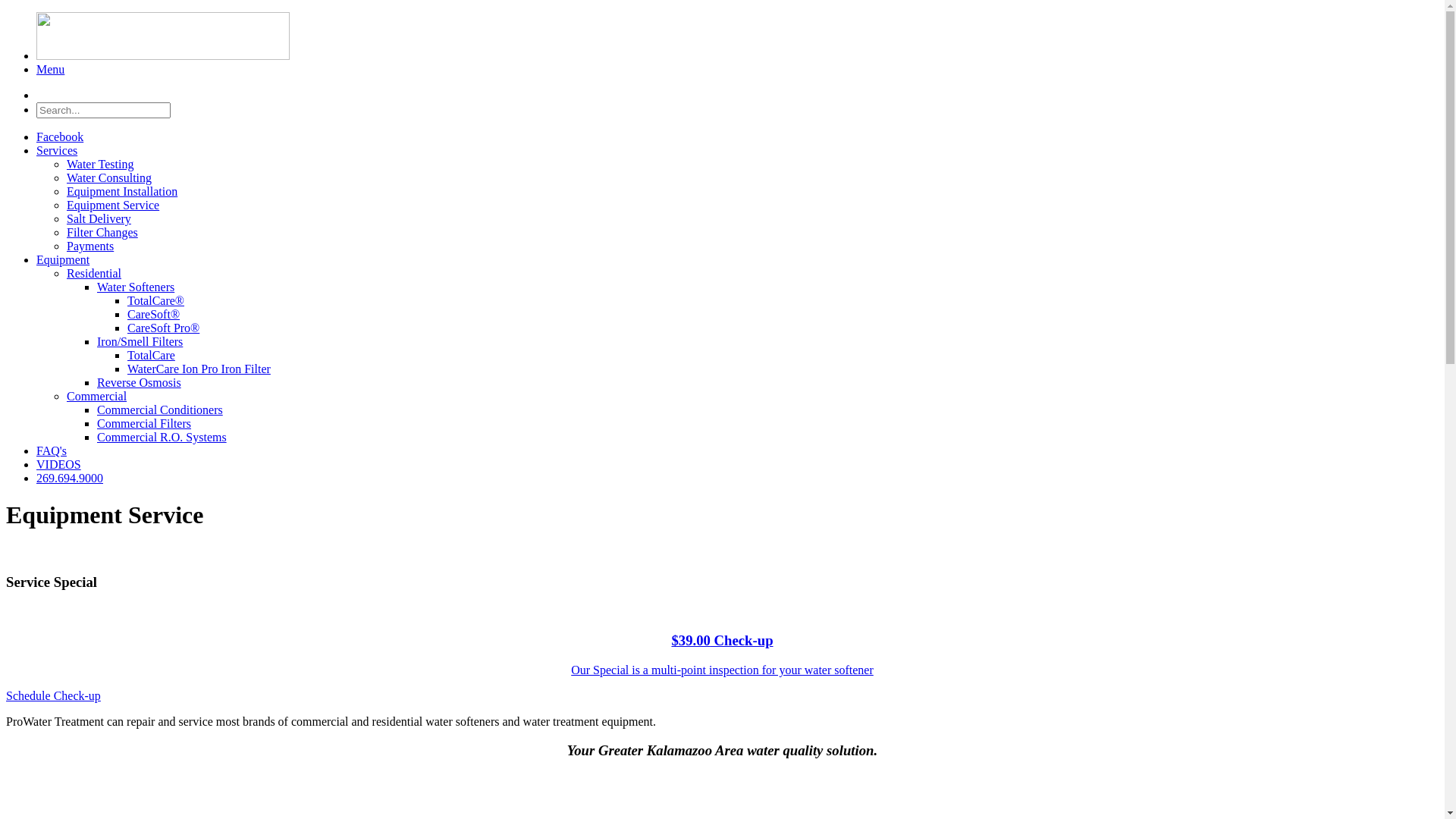 The image size is (1456, 819). What do you see at coordinates (127, 369) in the screenshot?
I see `'WaterCare Ion Pro Iron Filter'` at bounding box center [127, 369].